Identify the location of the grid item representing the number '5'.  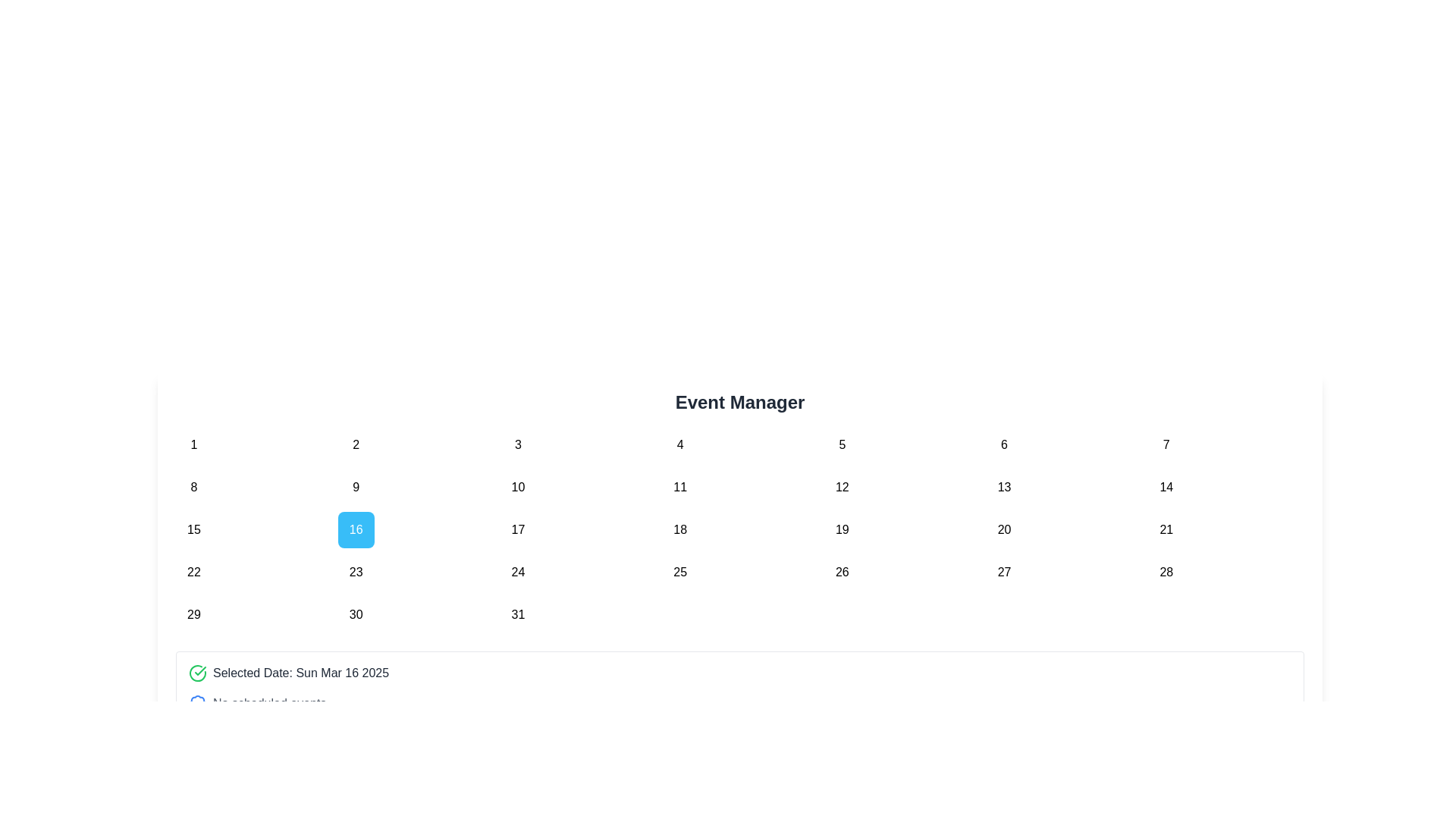
(841, 444).